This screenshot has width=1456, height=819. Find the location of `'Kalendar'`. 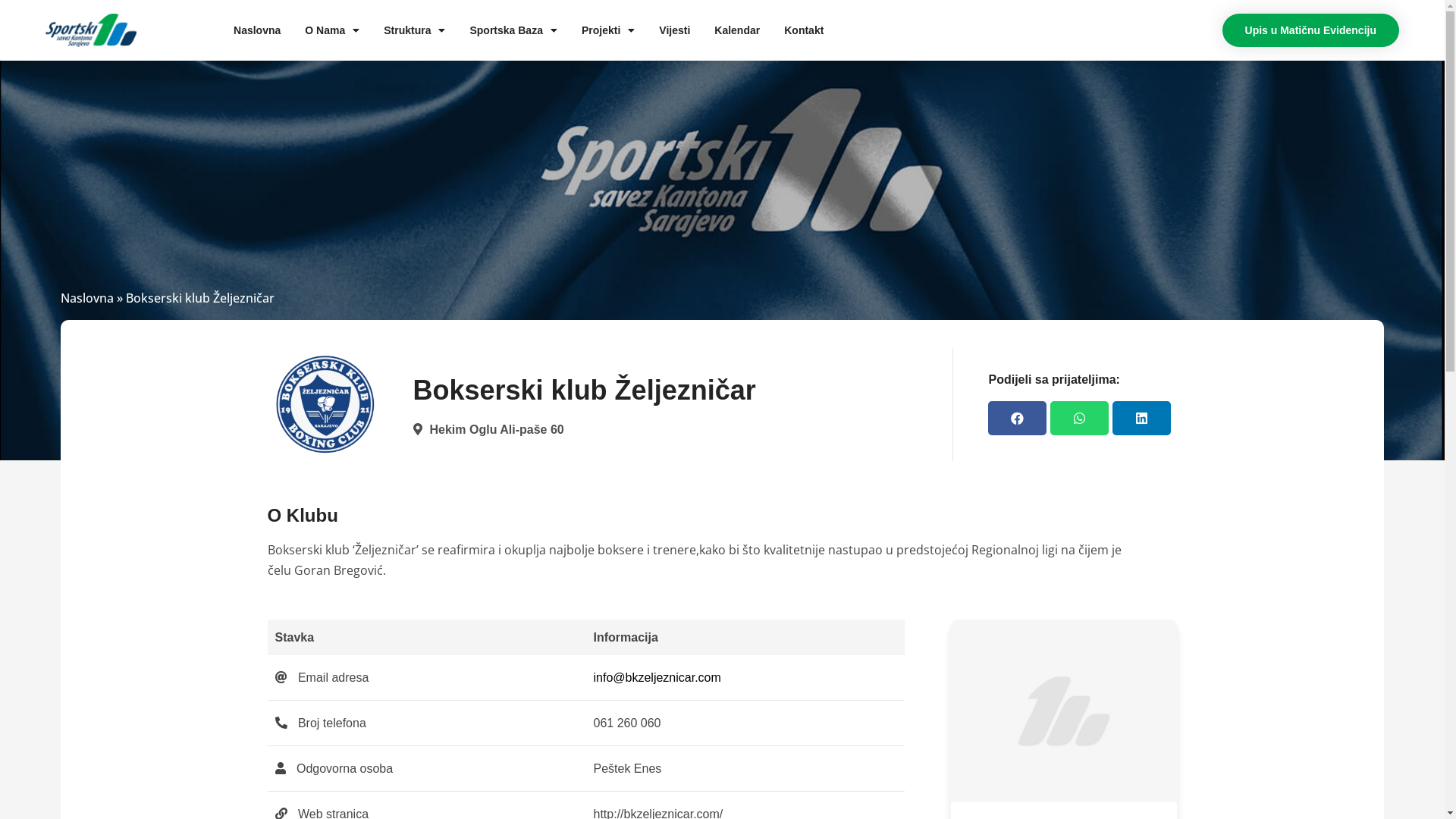

'Kalendar' is located at coordinates (736, 30).